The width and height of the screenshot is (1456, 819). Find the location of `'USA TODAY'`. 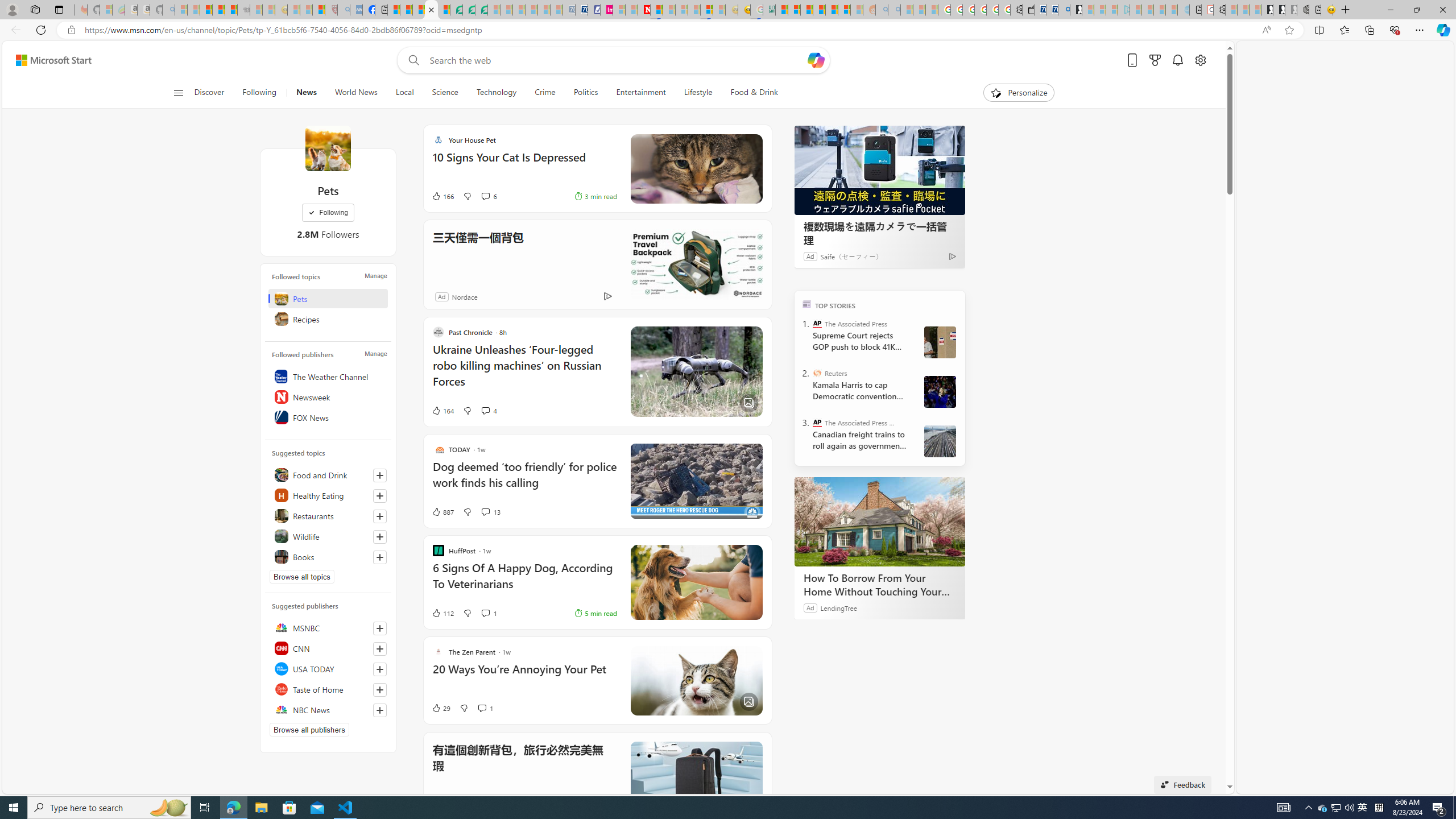

'USA TODAY' is located at coordinates (327, 668).